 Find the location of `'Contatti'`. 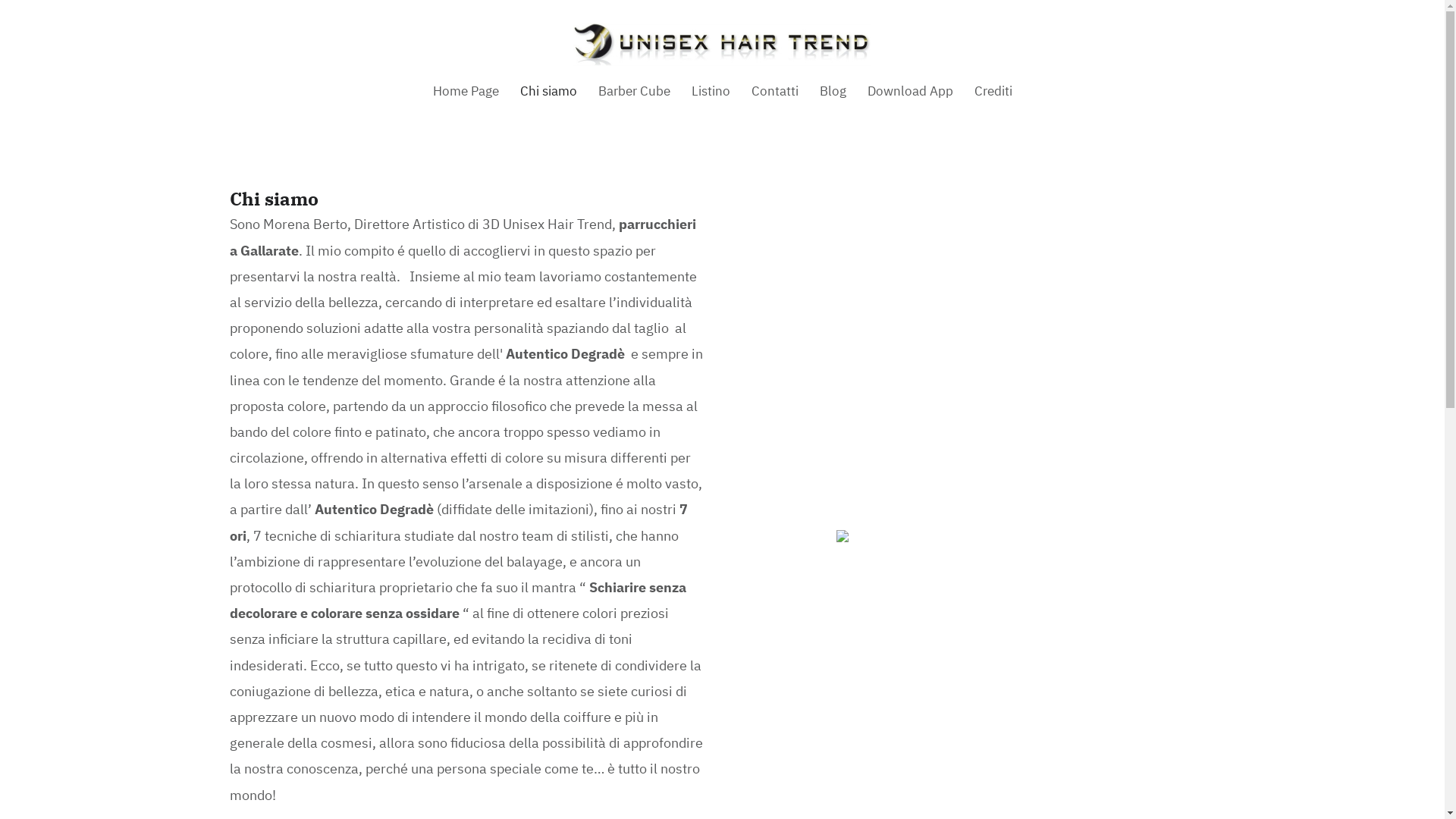

'Contatti' is located at coordinates (774, 91).